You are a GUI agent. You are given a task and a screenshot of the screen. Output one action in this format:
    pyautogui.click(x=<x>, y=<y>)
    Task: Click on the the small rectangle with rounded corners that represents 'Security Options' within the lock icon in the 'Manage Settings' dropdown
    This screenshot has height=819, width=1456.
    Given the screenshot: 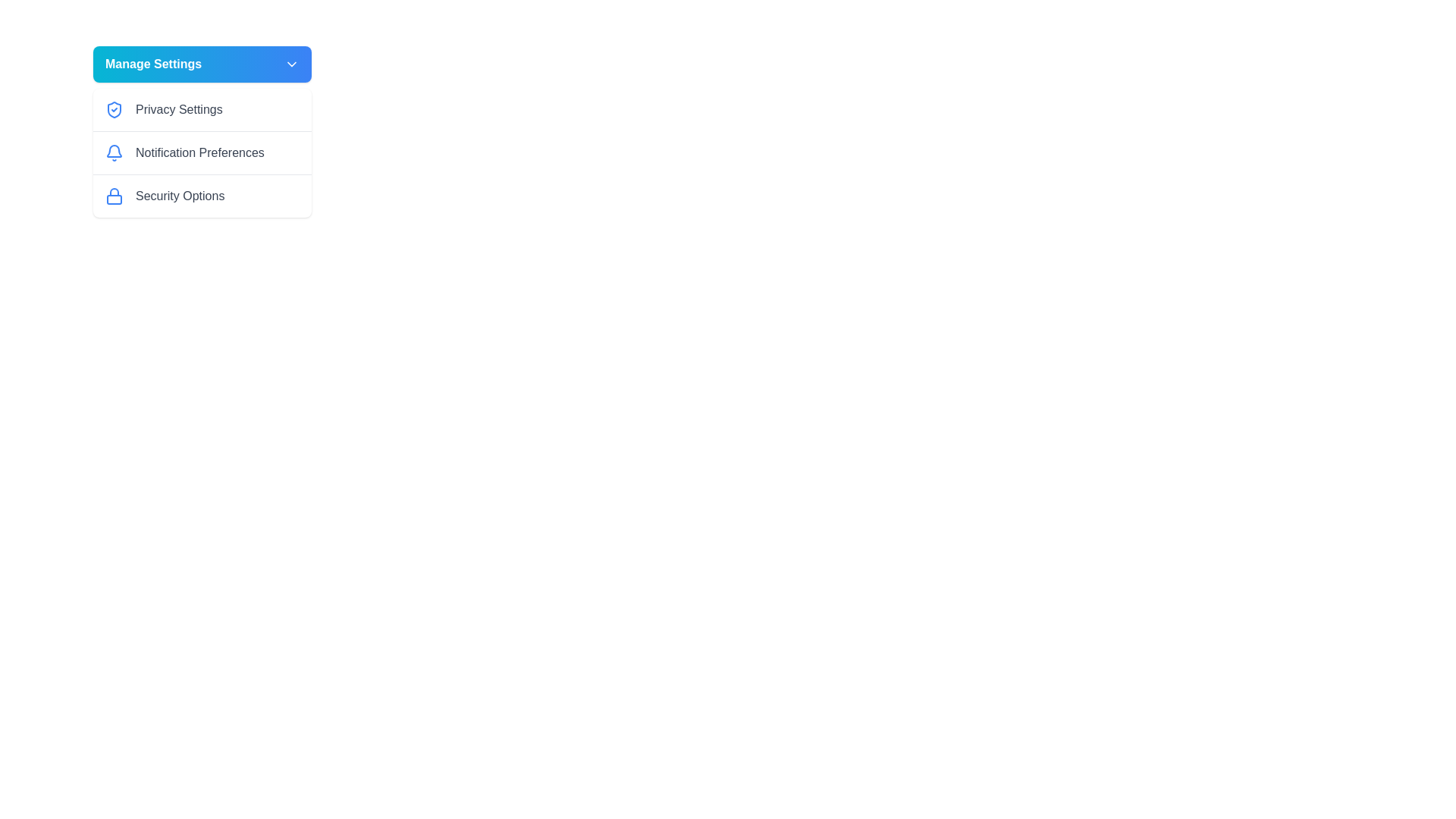 What is the action you would take?
    pyautogui.click(x=113, y=199)
    